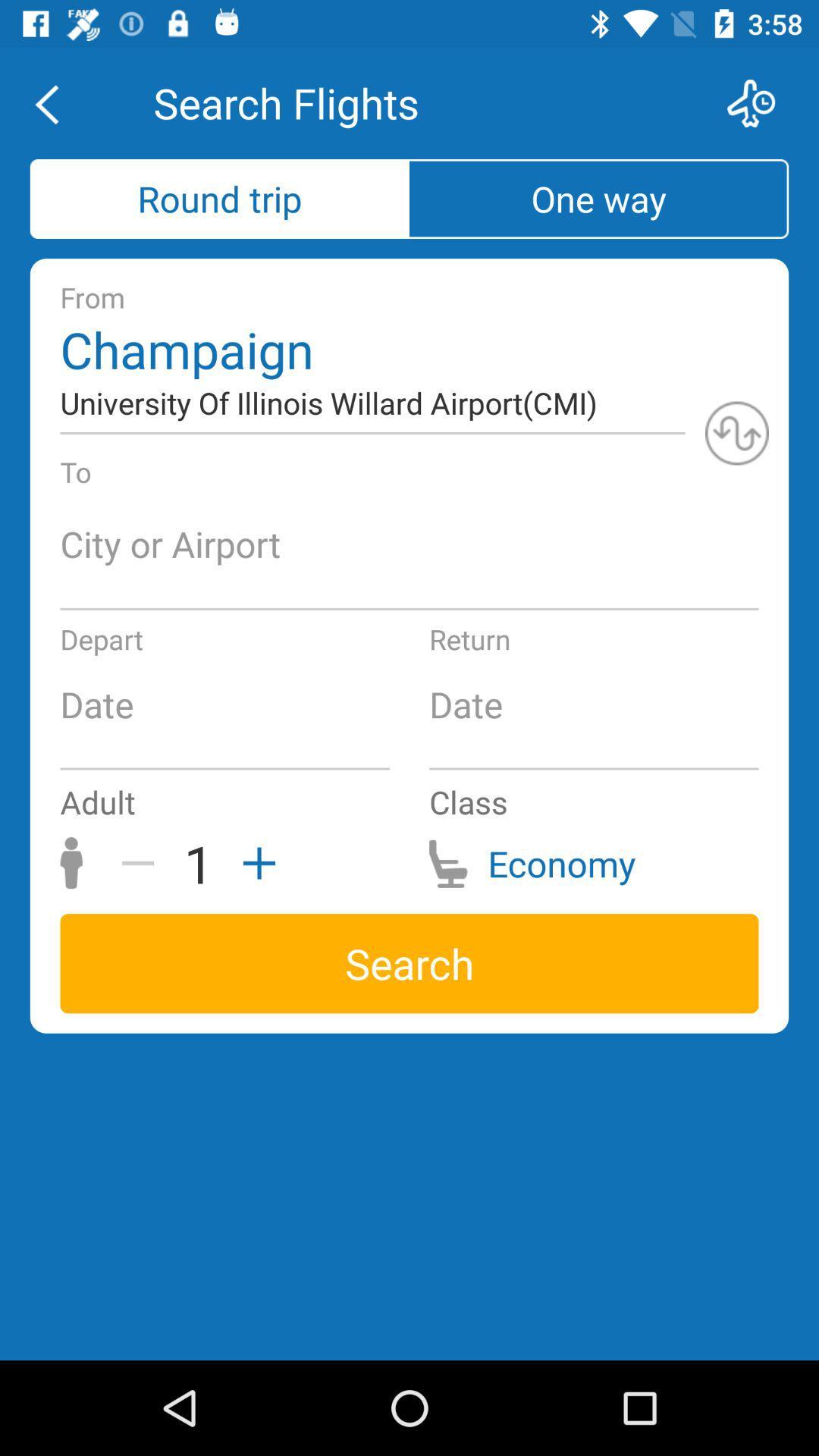 This screenshot has height=1456, width=819. What do you see at coordinates (219, 198) in the screenshot?
I see `round trip` at bounding box center [219, 198].